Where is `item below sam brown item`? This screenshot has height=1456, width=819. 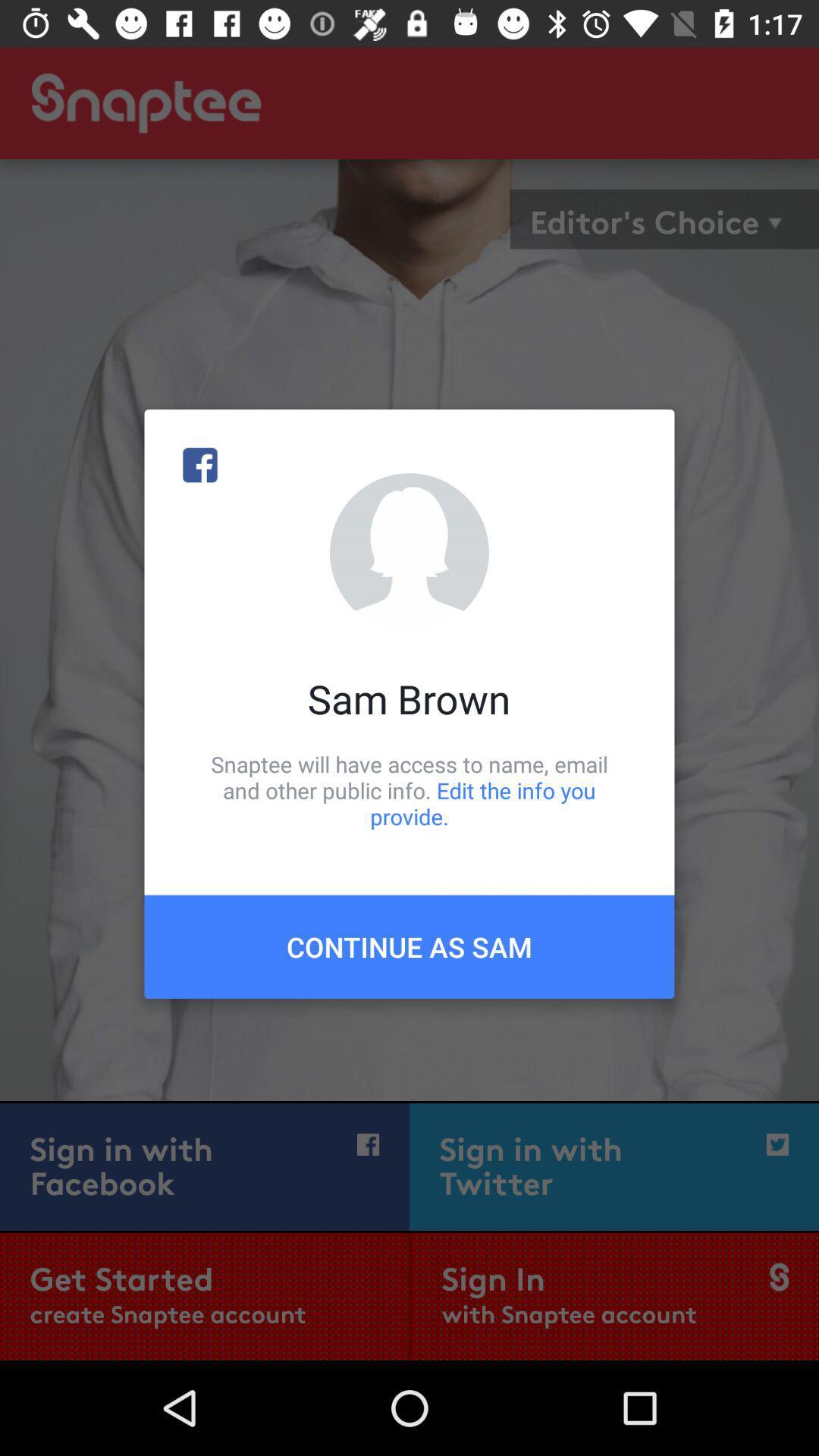 item below sam brown item is located at coordinates (409, 789).